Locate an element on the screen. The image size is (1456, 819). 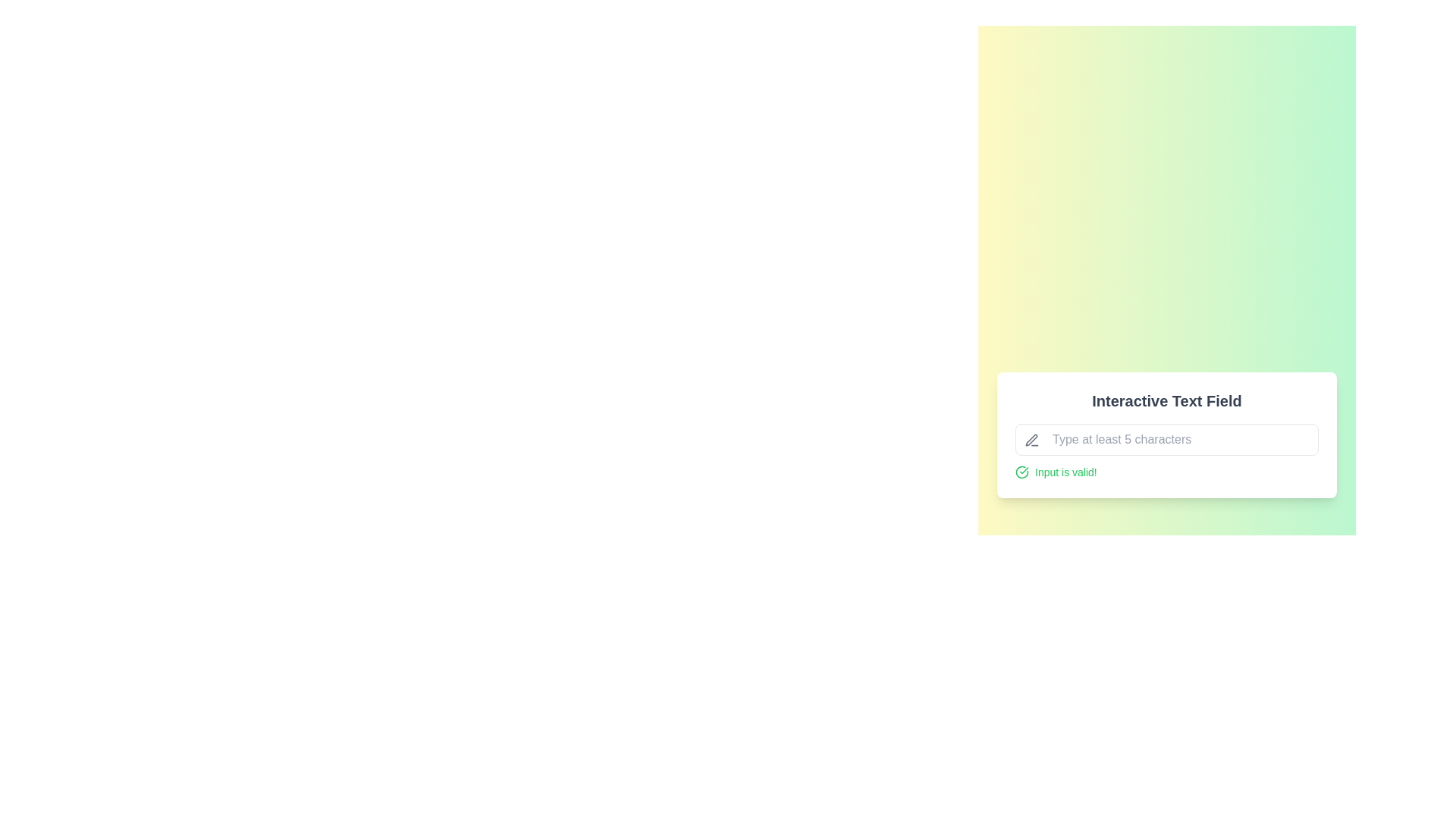
the Graphics icon (pen) located near the left edge of the text input field labeled 'Type at least 5 characters.' is located at coordinates (1031, 440).